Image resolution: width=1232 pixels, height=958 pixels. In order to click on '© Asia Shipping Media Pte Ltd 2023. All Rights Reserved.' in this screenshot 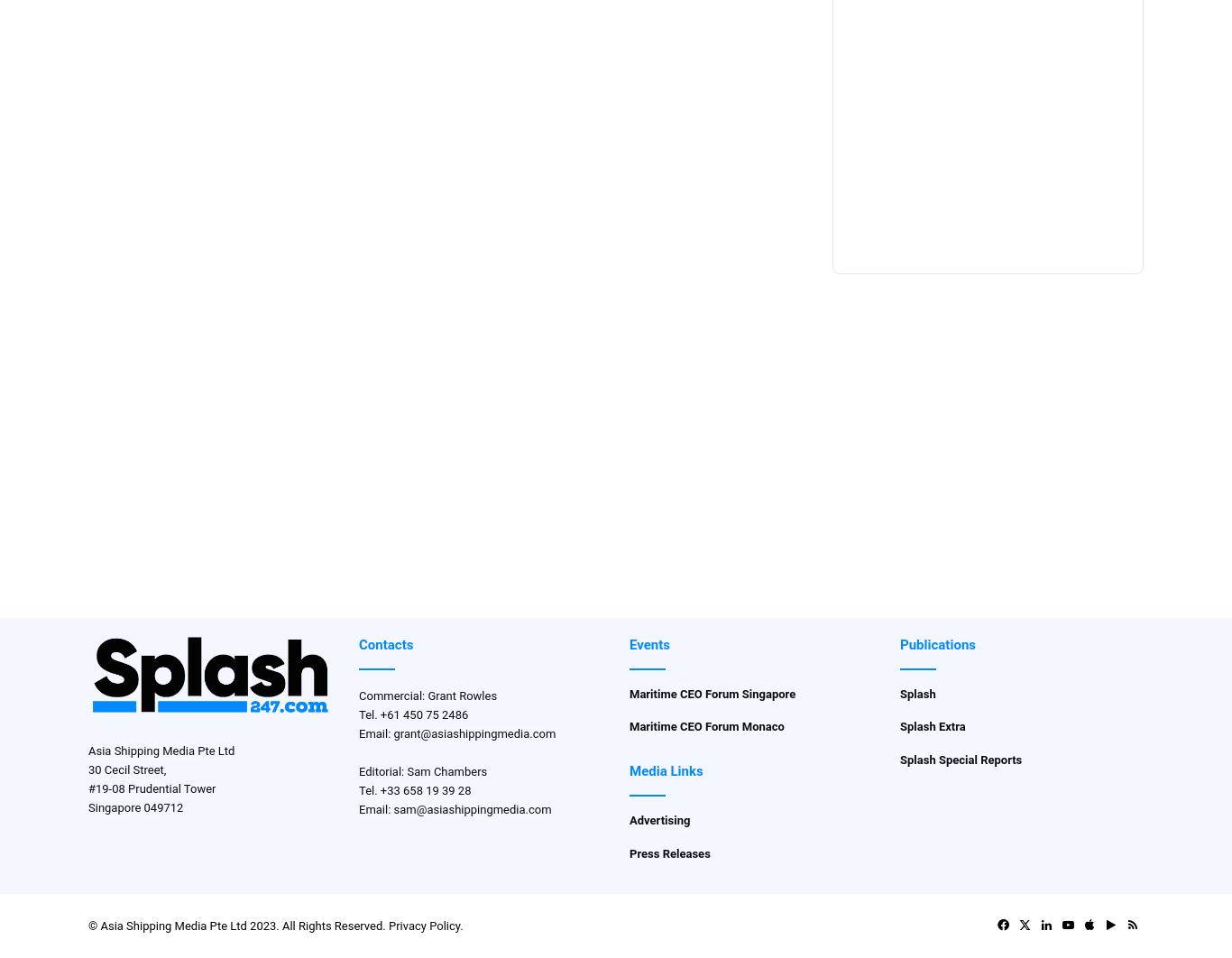, I will do `click(238, 925)`.